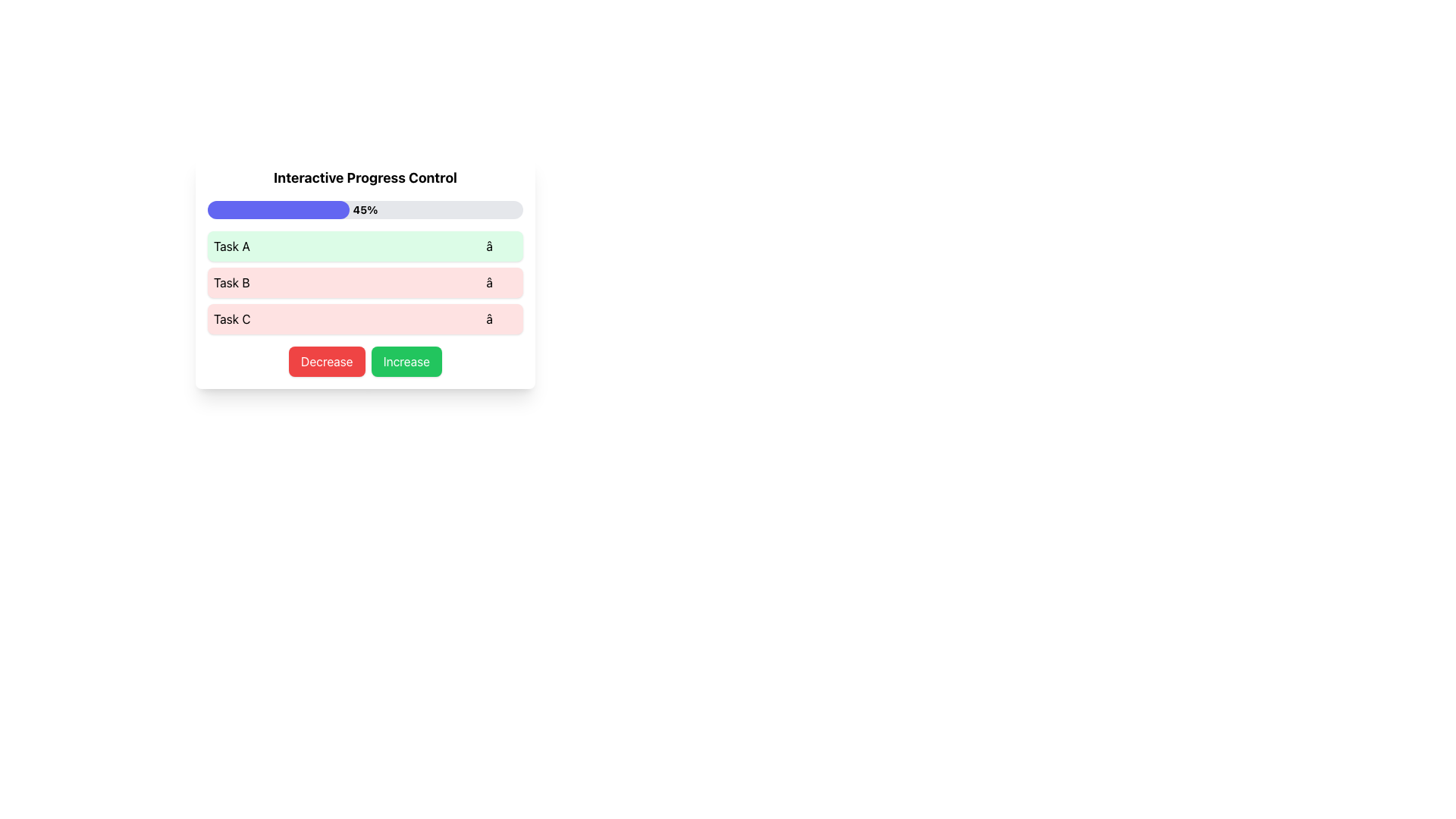 The height and width of the screenshot is (819, 1456). Describe the element at coordinates (278, 210) in the screenshot. I see `the Progress Indicator that visually conveys a completed percentage of a task or goal, currently at 45%, located in the top section of the 'Interactive Progress Control' card` at that location.